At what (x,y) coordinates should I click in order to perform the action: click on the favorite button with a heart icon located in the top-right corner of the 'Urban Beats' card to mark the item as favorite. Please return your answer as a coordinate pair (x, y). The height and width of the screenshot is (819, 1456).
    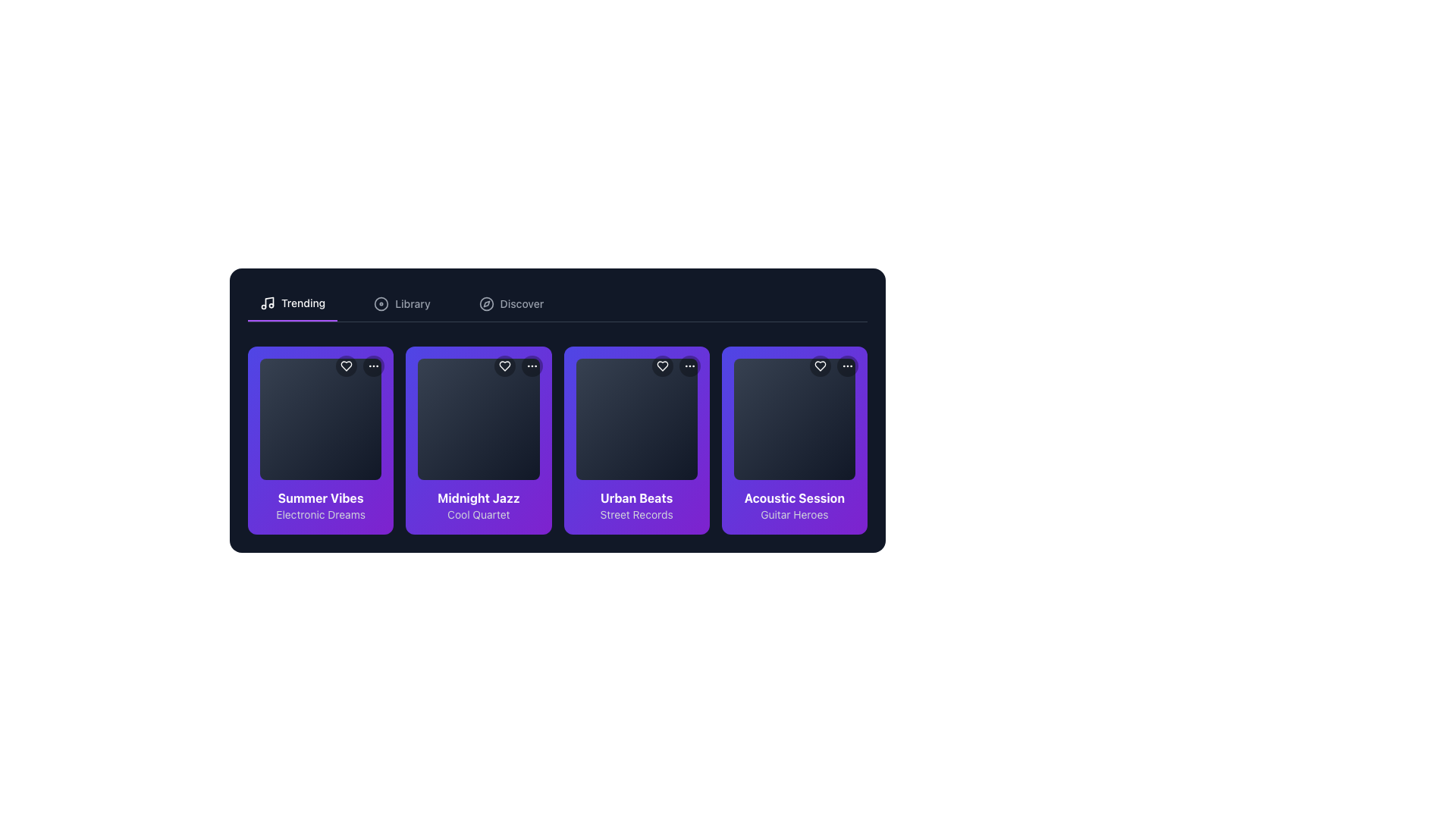
    Looking at the image, I should click on (662, 366).